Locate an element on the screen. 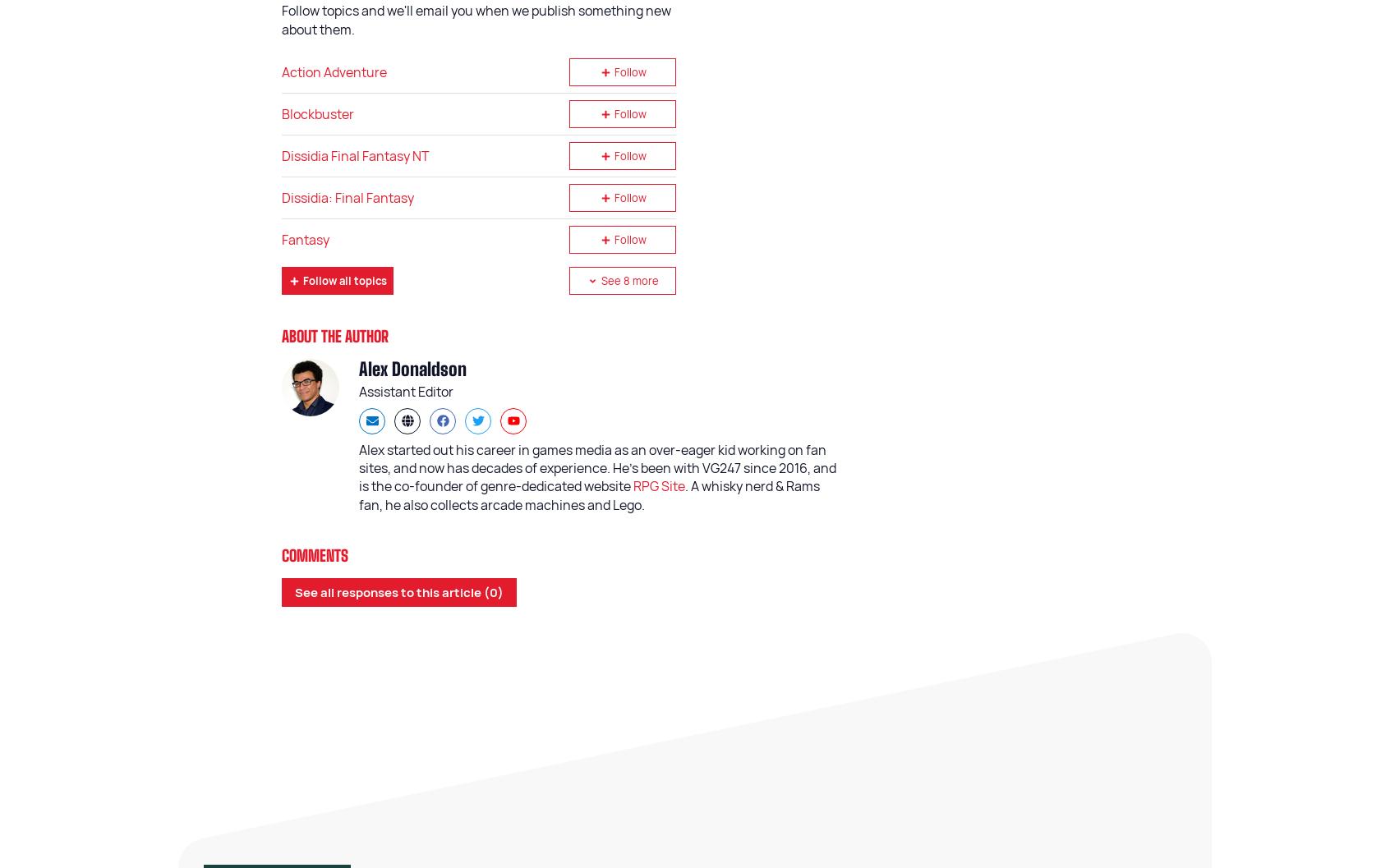 Image resolution: width=1390 pixels, height=868 pixels. 'Follow topics and we'll email you when we publish something new about them.' is located at coordinates (476, 19).